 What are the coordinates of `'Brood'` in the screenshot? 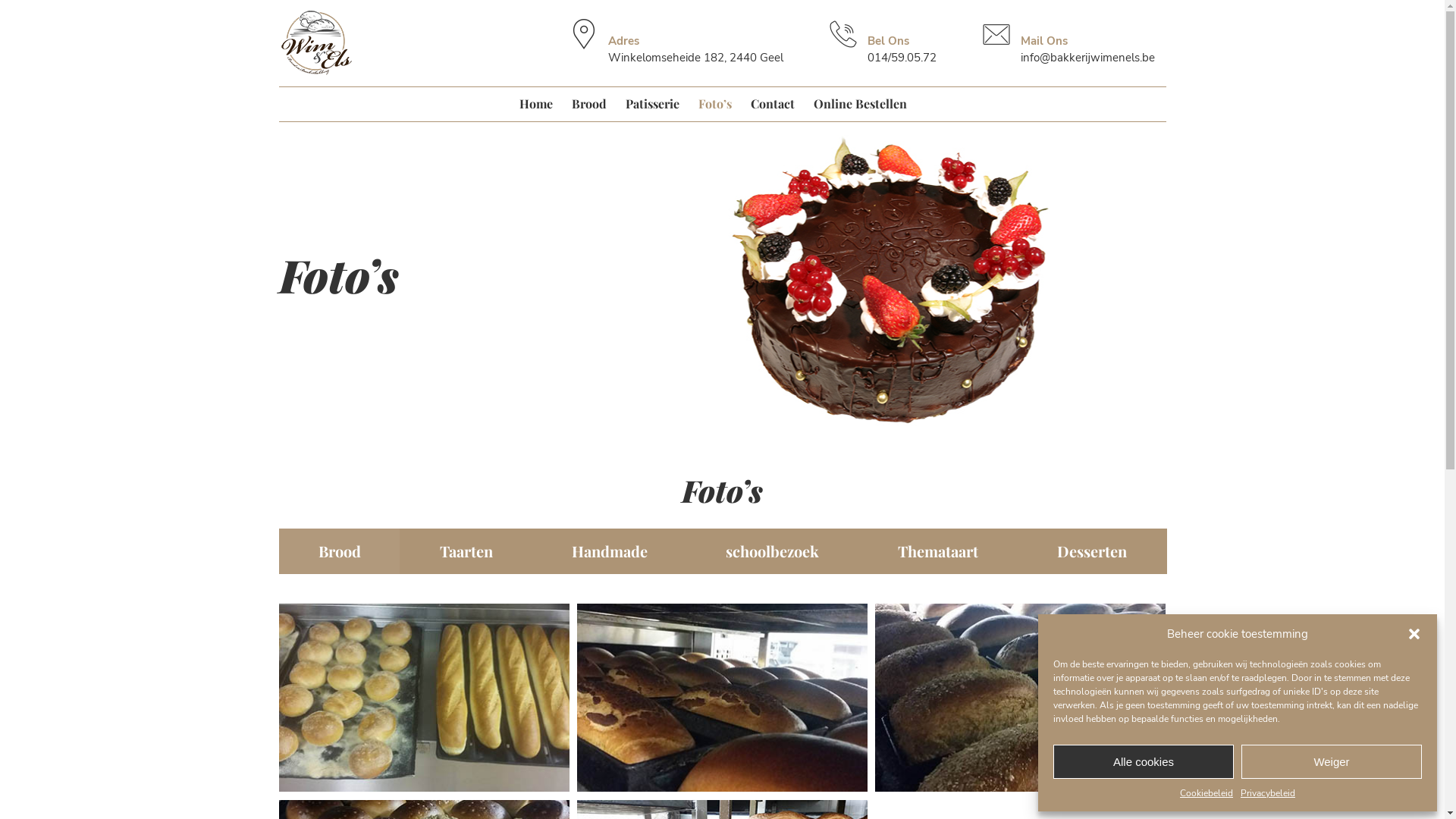 It's located at (339, 550).